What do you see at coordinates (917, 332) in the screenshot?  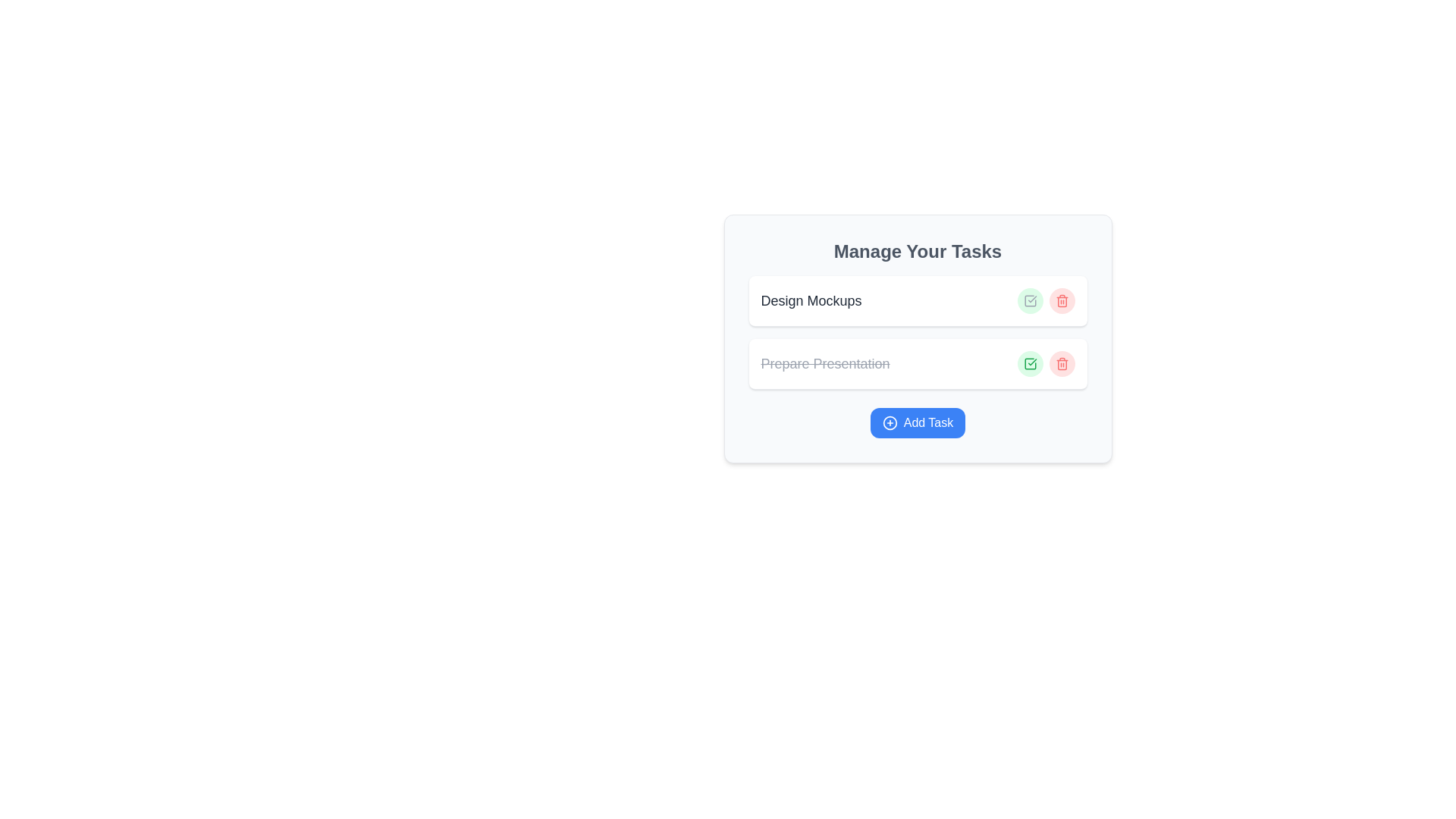 I see `the status of tasks in the Task display and management section located below the 'Manage Your Tasks' title and above the 'Add Task' button` at bounding box center [917, 332].